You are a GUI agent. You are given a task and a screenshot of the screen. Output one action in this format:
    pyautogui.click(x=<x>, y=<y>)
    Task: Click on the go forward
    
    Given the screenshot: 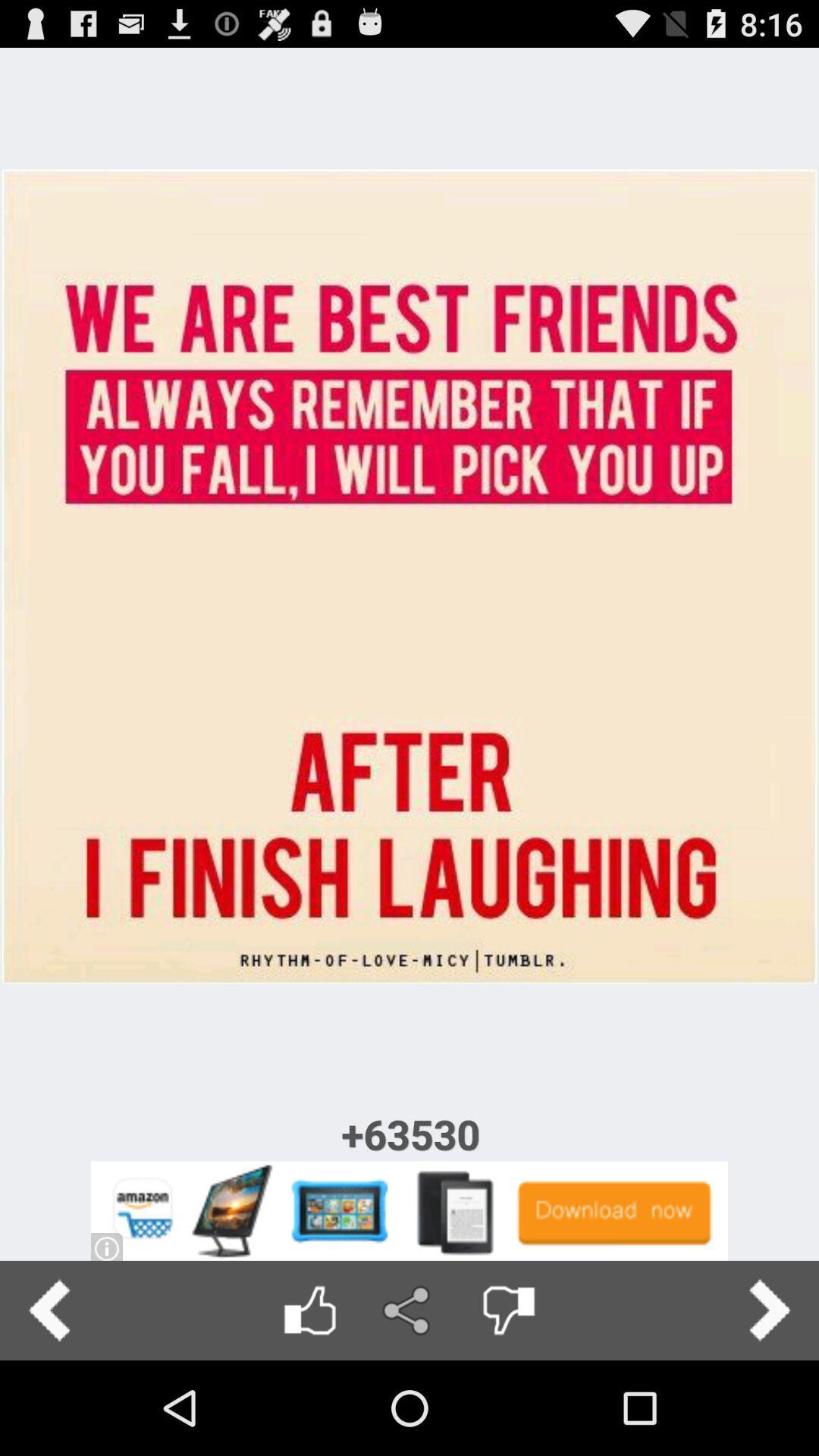 What is the action you would take?
    pyautogui.click(x=769, y=1310)
    